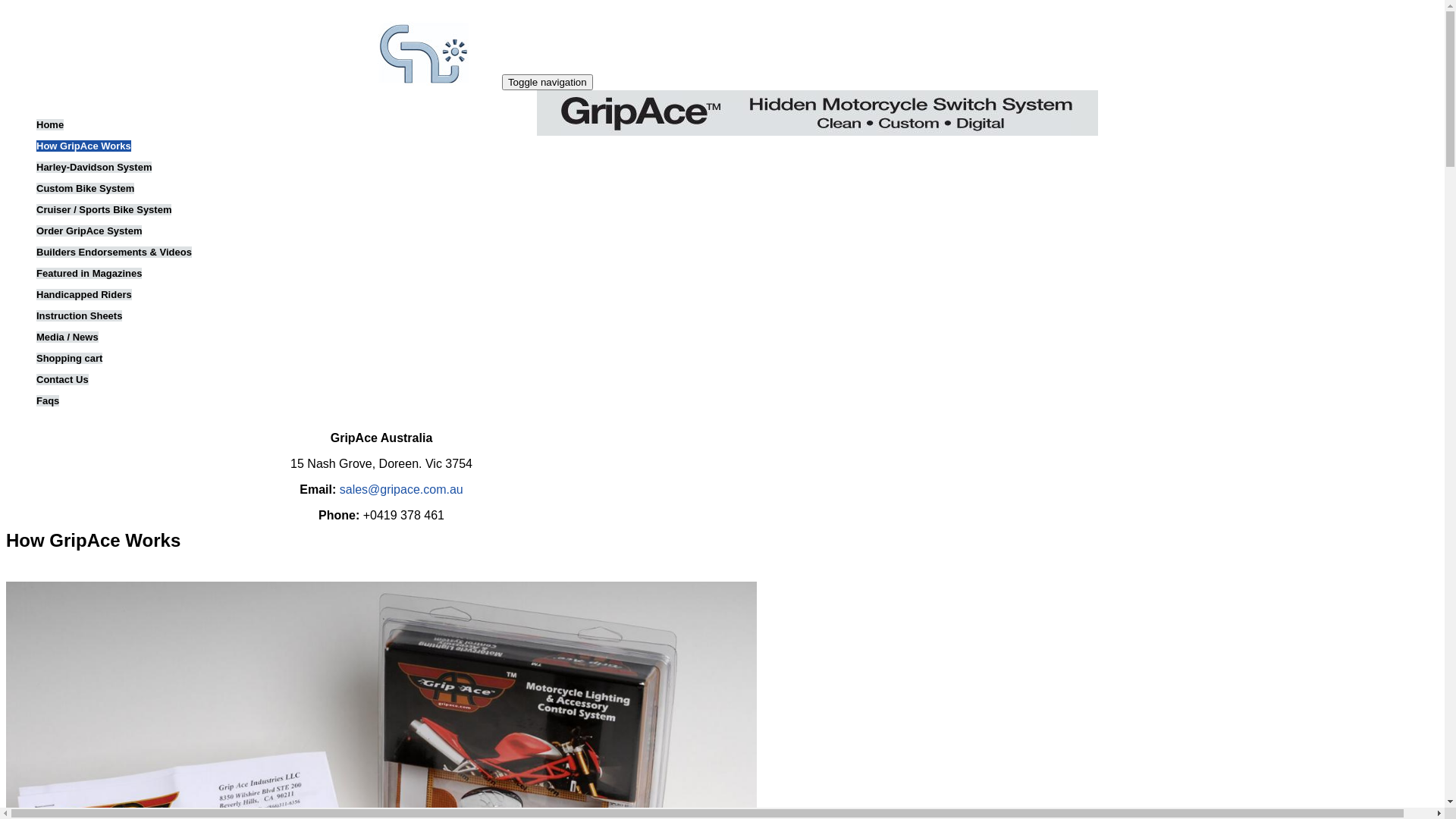  Describe the element at coordinates (68, 358) in the screenshot. I see `'Shopping cart'` at that location.